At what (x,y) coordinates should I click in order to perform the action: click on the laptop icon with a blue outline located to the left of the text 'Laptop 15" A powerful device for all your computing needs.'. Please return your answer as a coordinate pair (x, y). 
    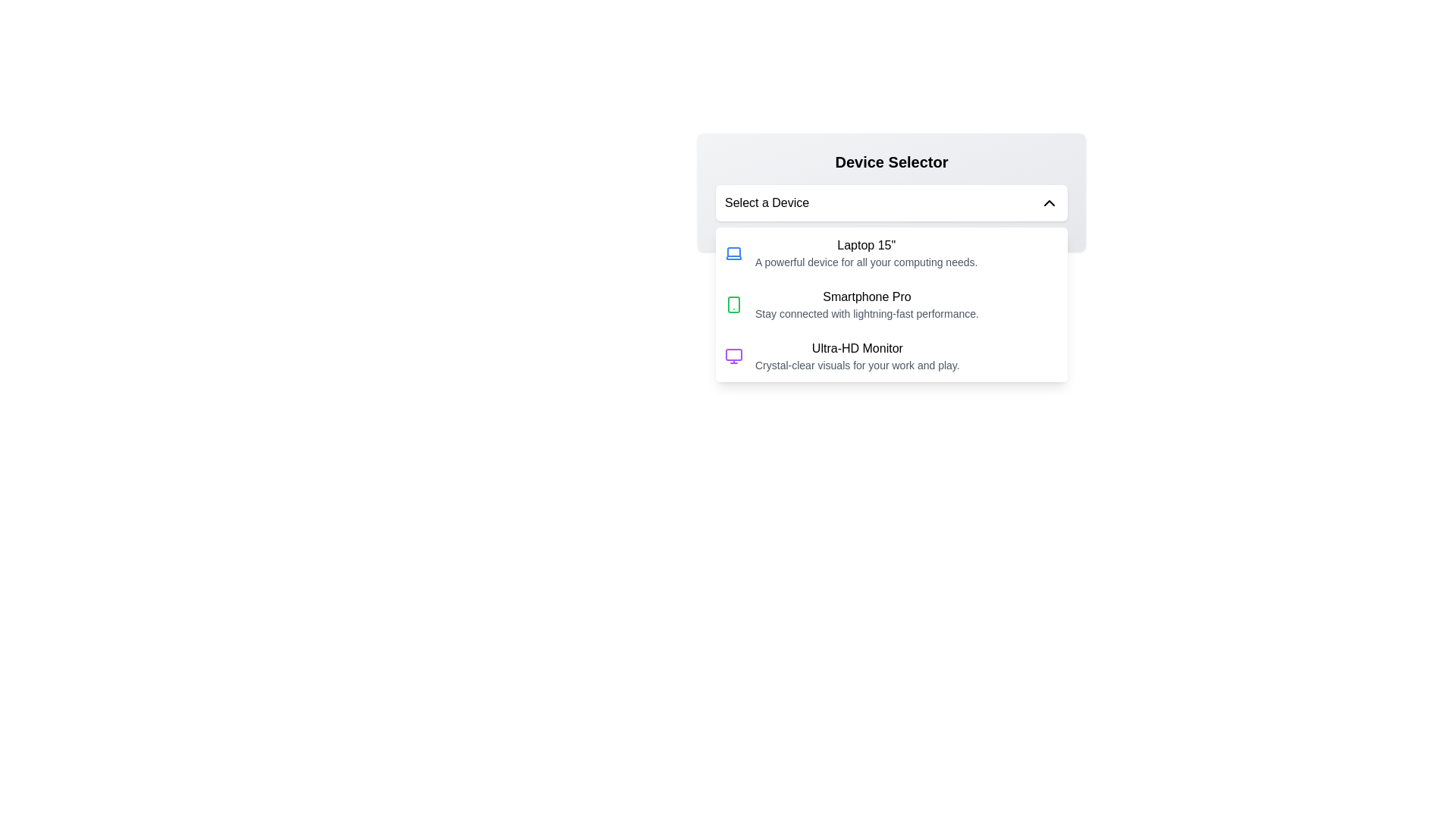
    Looking at the image, I should click on (734, 253).